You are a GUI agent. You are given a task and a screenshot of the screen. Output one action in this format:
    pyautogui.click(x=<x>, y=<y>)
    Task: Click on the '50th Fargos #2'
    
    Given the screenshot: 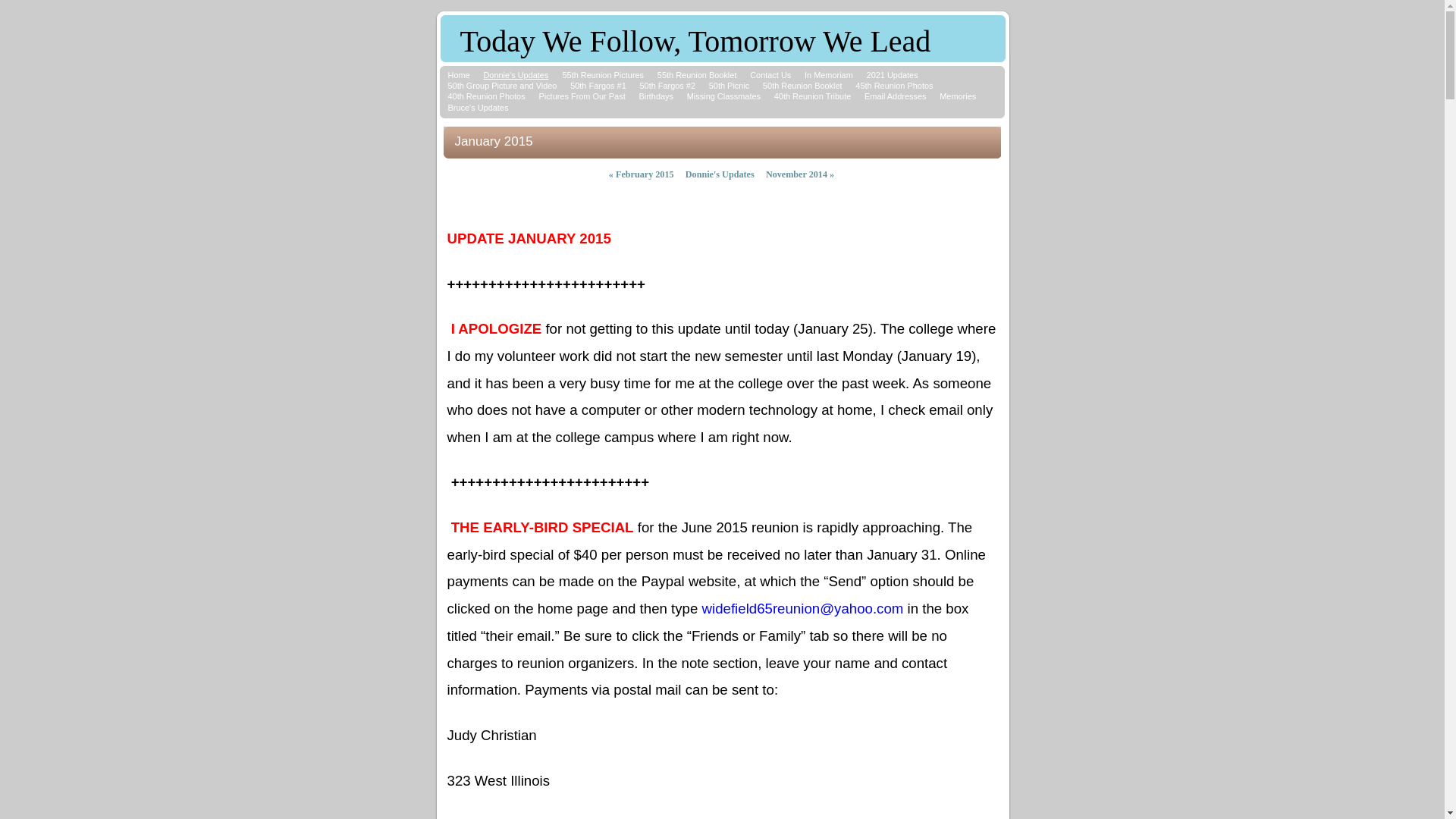 What is the action you would take?
    pyautogui.click(x=667, y=85)
    